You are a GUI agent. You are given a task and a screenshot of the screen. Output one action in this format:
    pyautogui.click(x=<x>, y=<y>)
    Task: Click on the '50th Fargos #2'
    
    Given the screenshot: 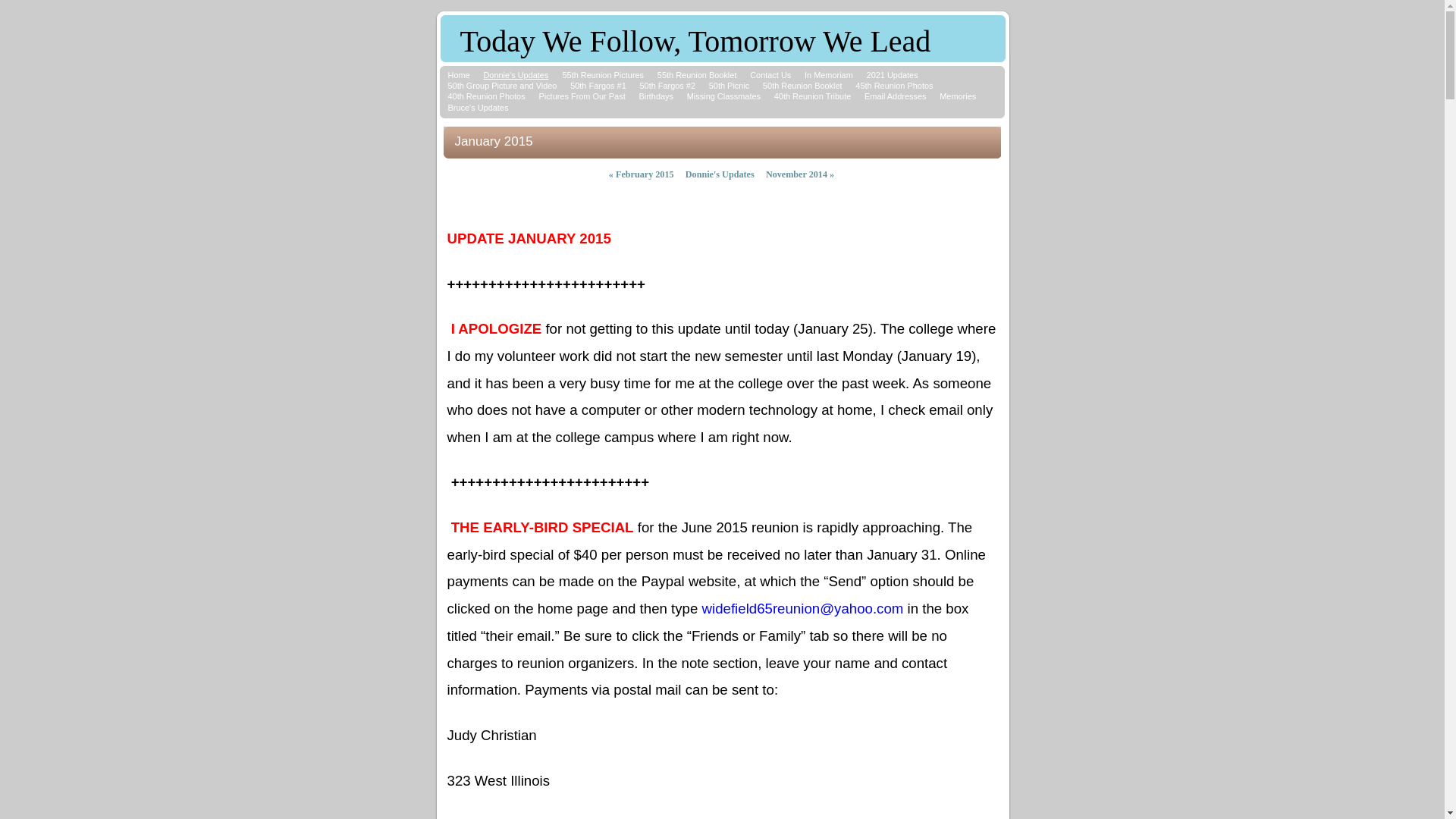 What is the action you would take?
    pyautogui.click(x=667, y=85)
    